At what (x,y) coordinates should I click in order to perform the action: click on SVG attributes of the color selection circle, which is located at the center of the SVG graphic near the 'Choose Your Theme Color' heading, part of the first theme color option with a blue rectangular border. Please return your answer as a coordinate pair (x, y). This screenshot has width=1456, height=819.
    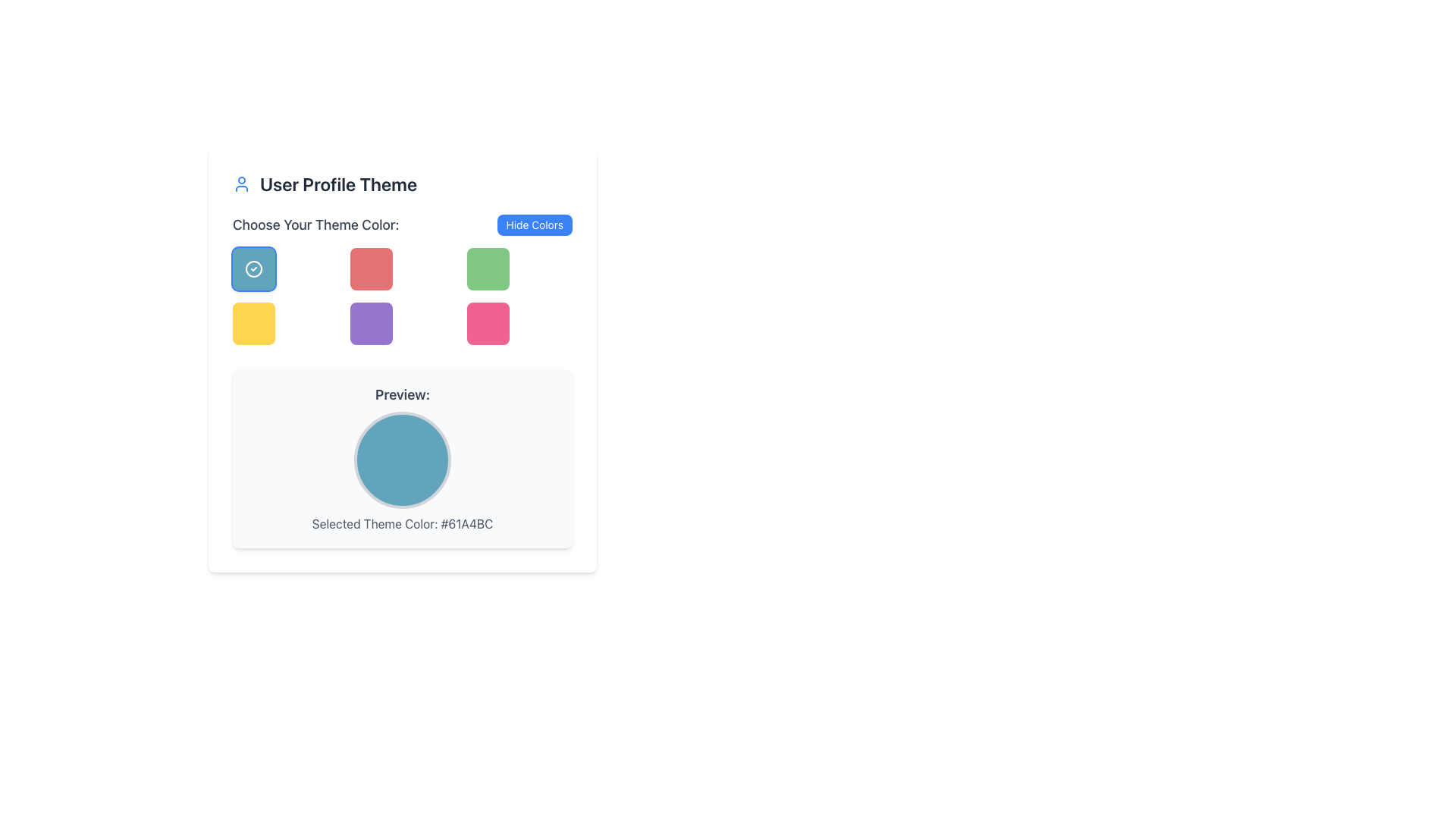
    Looking at the image, I should click on (254, 268).